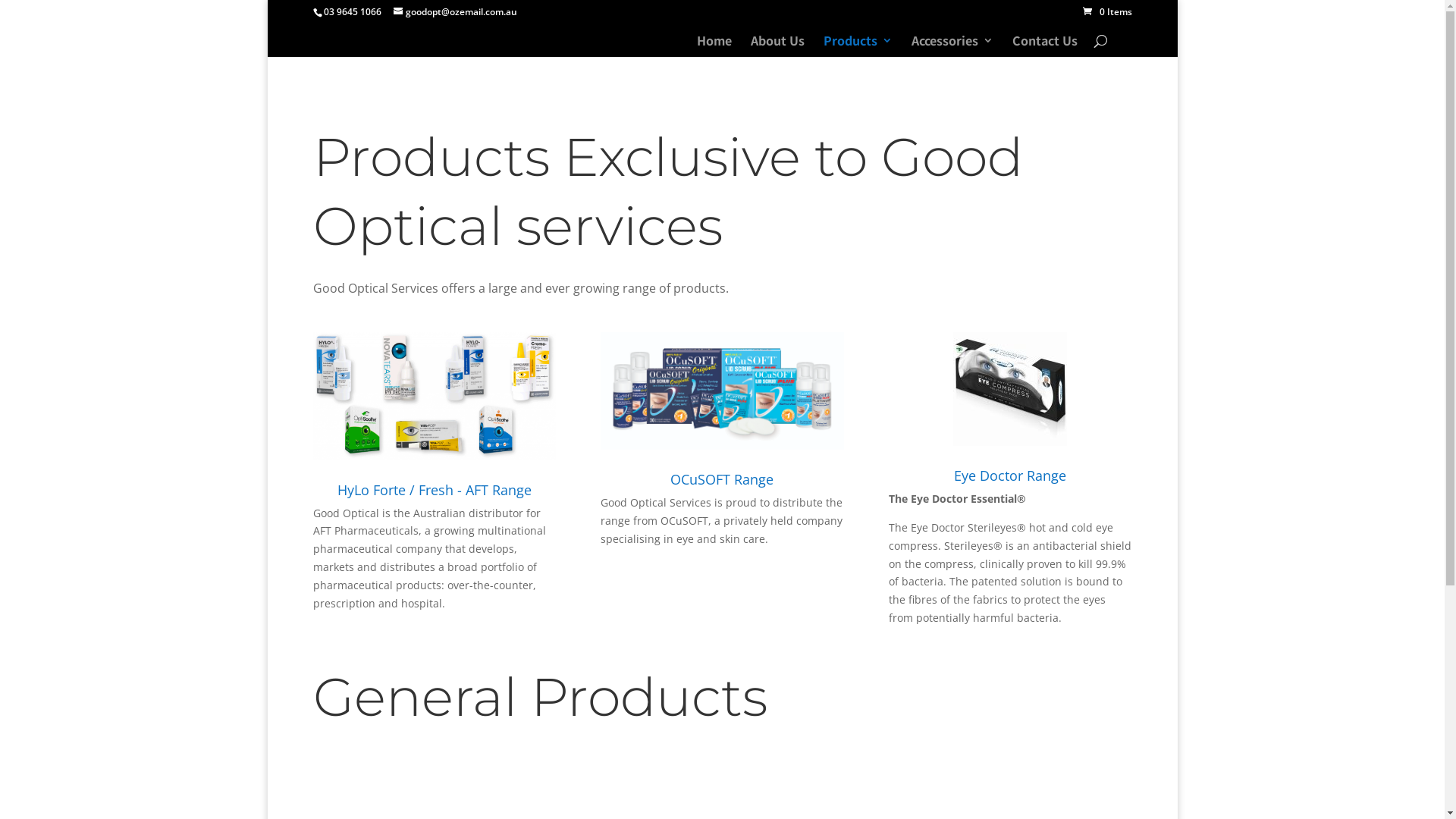  What do you see at coordinates (858, 45) in the screenshot?
I see `'Products'` at bounding box center [858, 45].